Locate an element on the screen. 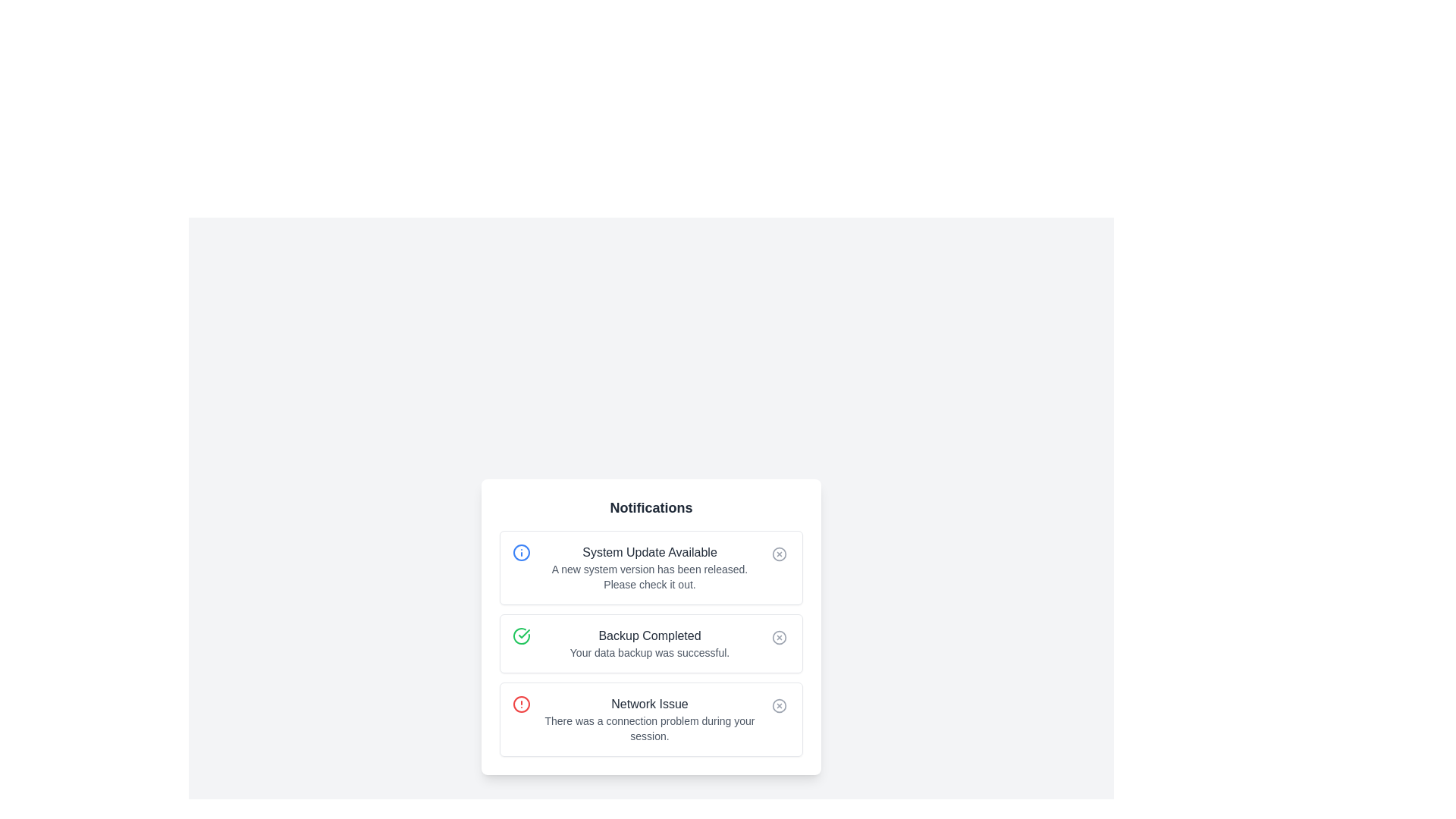  the SVG-based icon located to the left of the text content in the 'System Update Available' notification is located at coordinates (521, 553).